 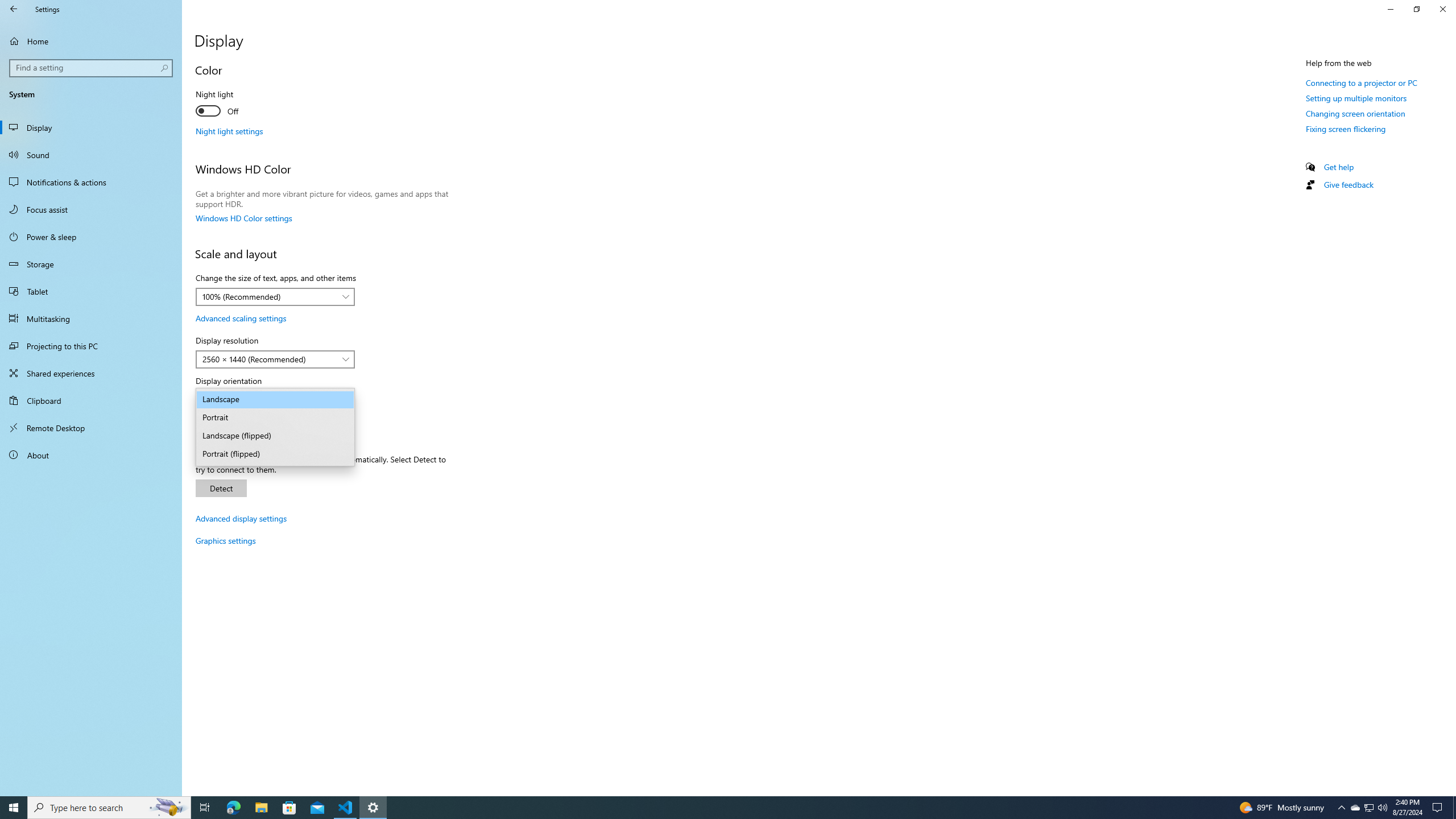 What do you see at coordinates (274, 436) in the screenshot?
I see `'Landscape (flipped)'` at bounding box center [274, 436].